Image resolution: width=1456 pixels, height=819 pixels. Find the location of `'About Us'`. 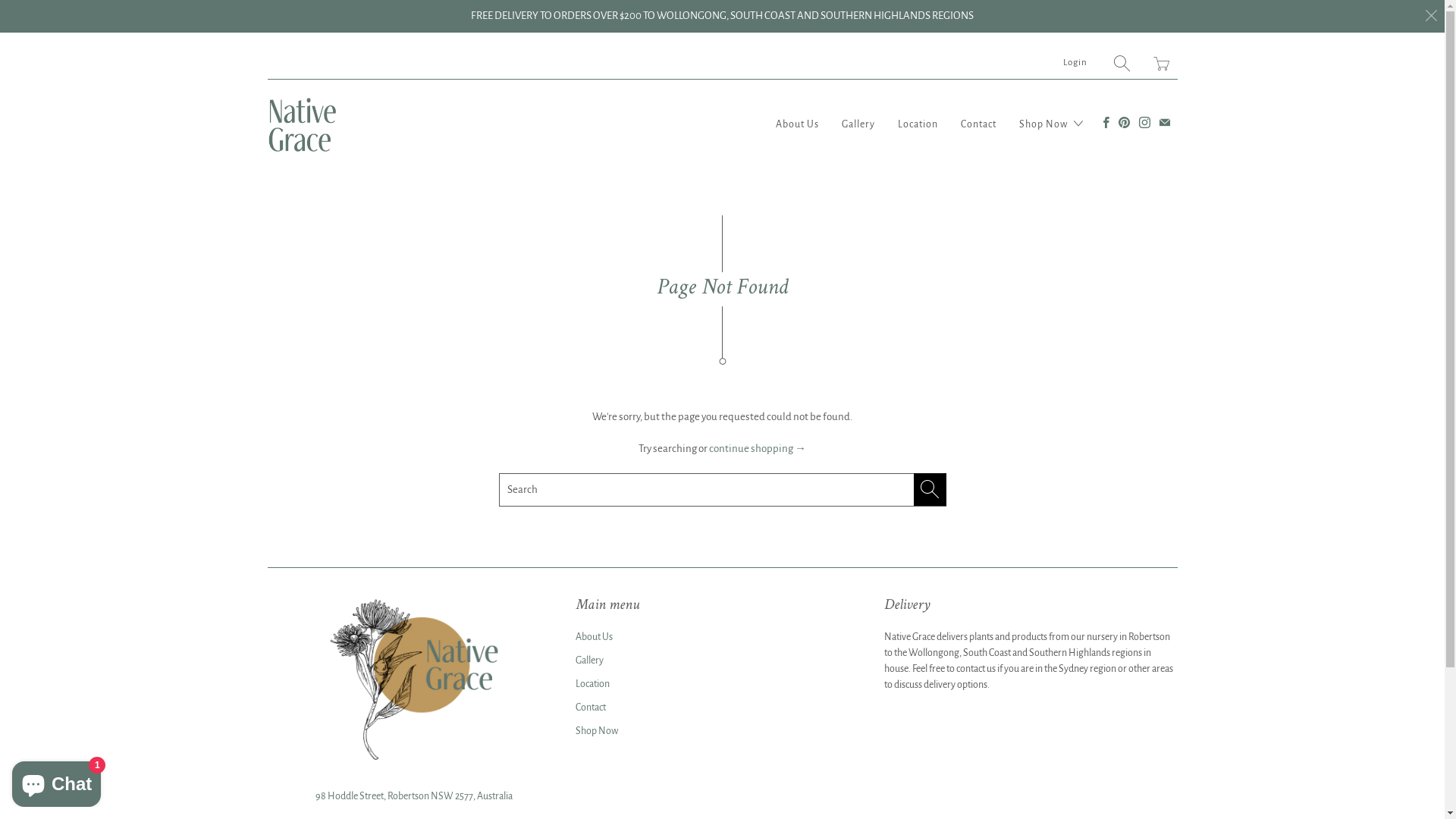

'About Us' is located at coordinates (795, 123).